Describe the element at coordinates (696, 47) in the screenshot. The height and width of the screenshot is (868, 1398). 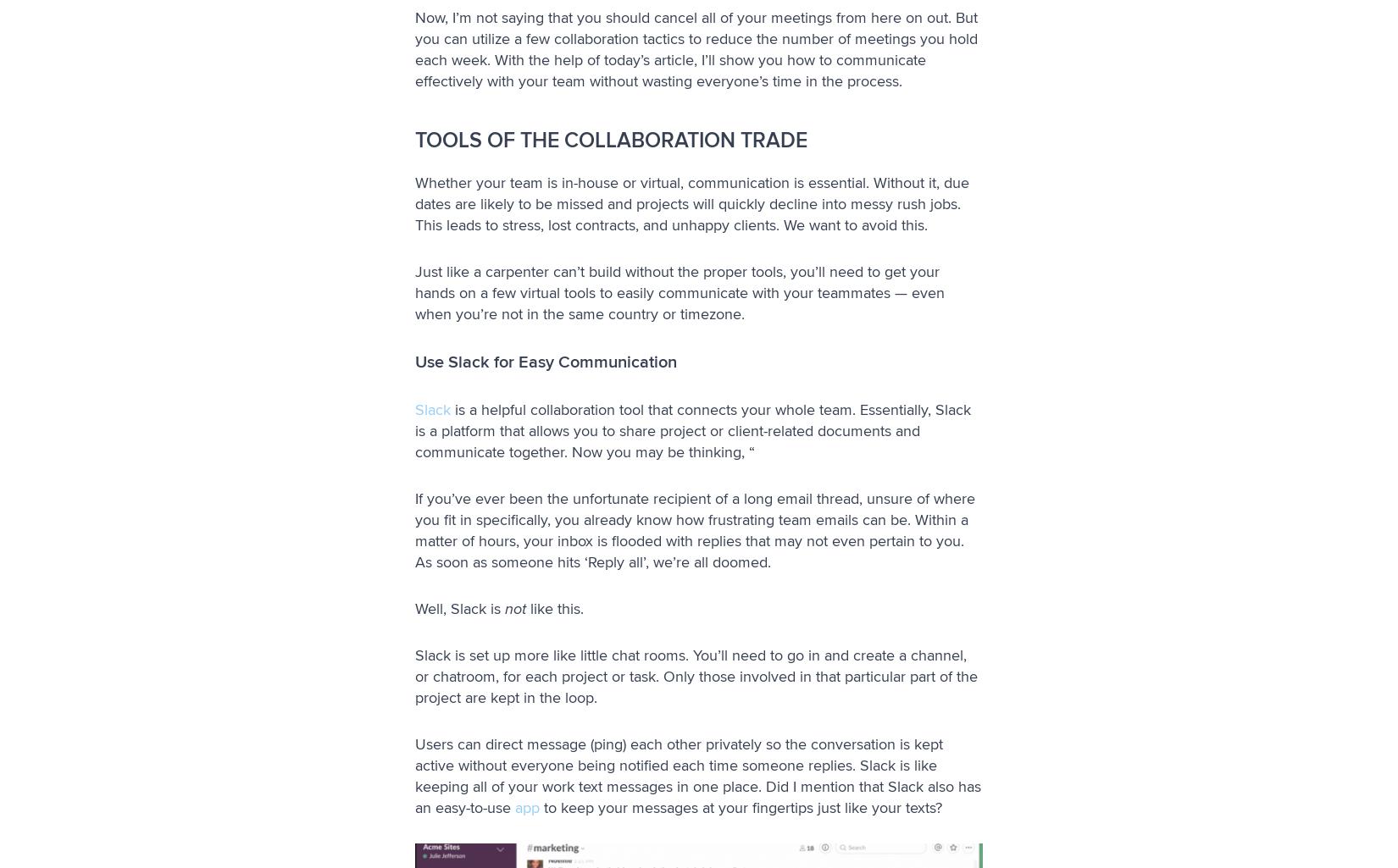
I see `'Now, I’m not saying that you should cancel all of your meetings from here on out. But you can utilize a few collaboration tactics to reduce the number of meetings you hold each week. With the help of today’s article, I’ll show you how to communicate effectively with your team without wasting everyone’s time in the process.'` at that location.